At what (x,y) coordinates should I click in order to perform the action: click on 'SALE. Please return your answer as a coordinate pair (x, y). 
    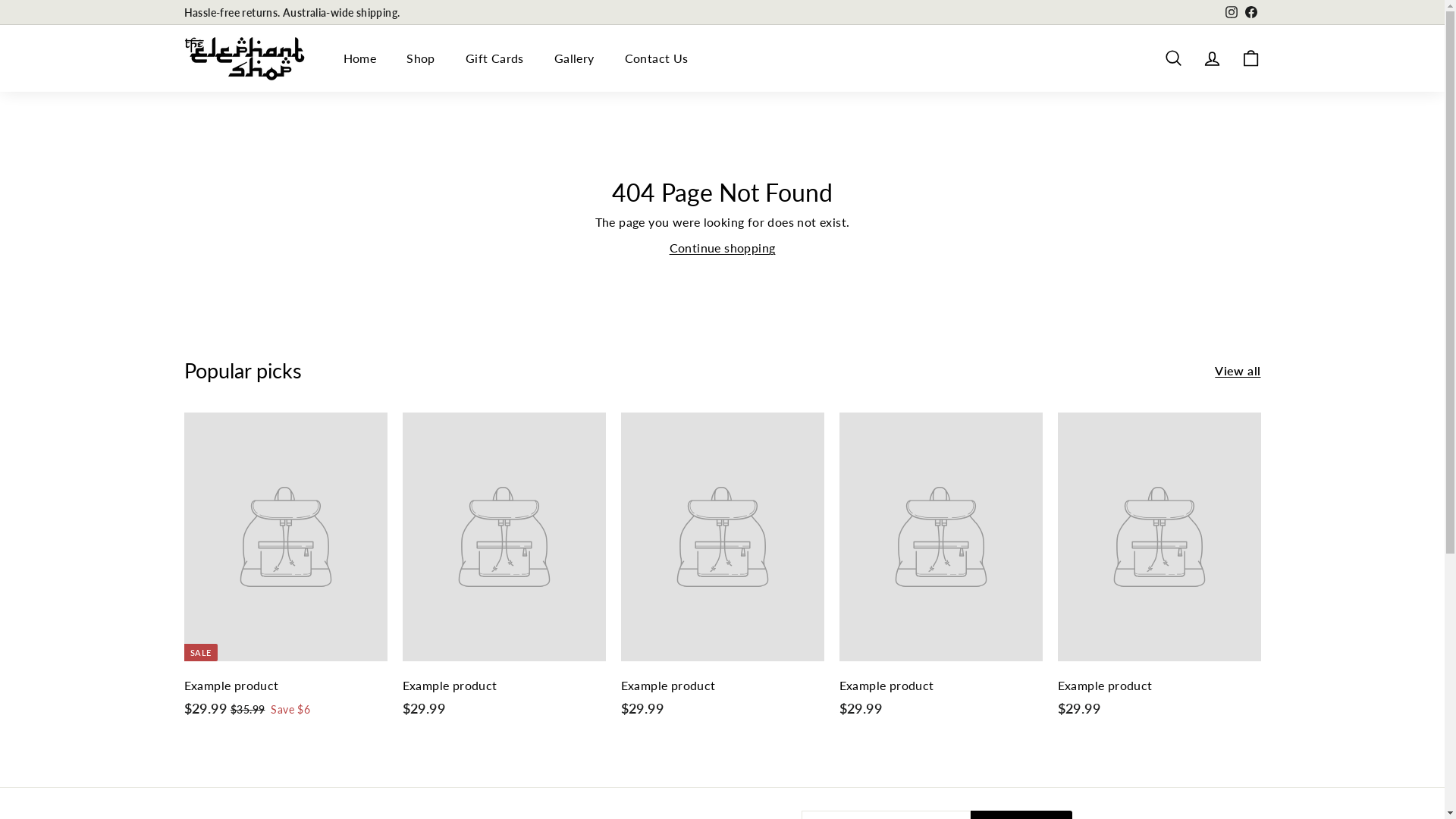
    Looking at the image, I should click on (284, 573).